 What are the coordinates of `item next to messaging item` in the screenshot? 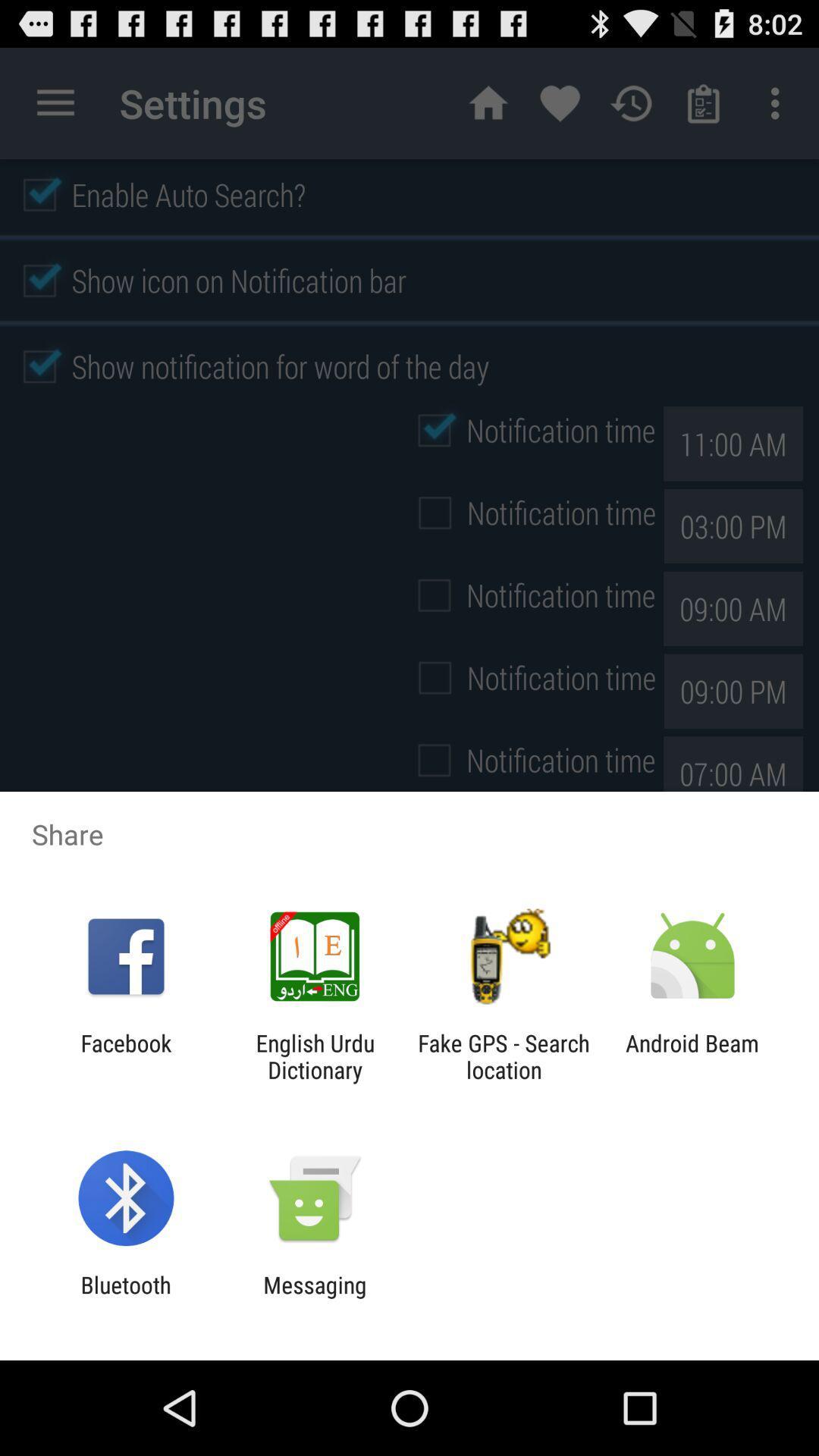 It's located at (125, 1298).